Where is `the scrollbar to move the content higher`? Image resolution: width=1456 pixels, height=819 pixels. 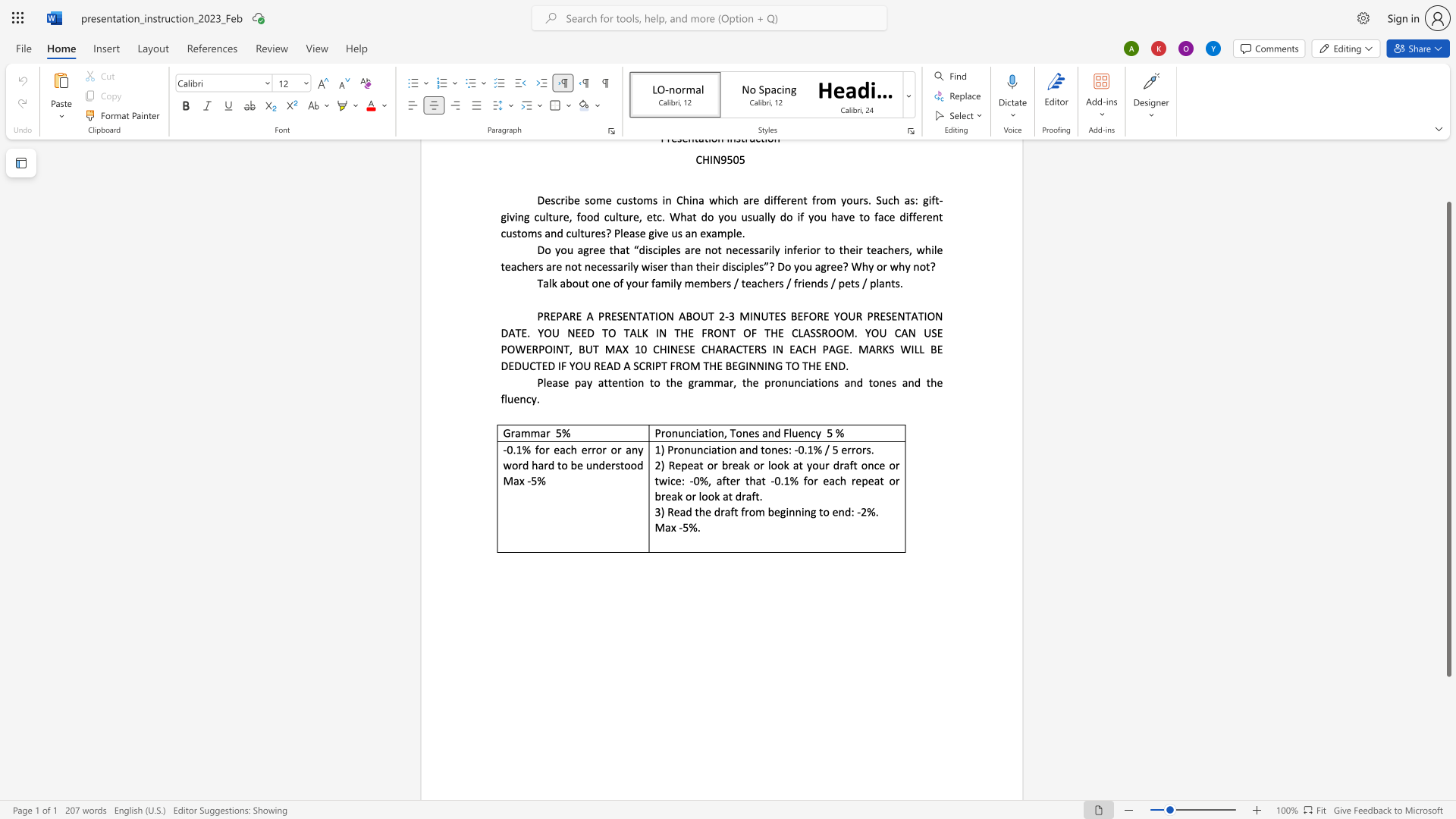
the scrollbar to move the content higher is located at coordinates (1448, 189).